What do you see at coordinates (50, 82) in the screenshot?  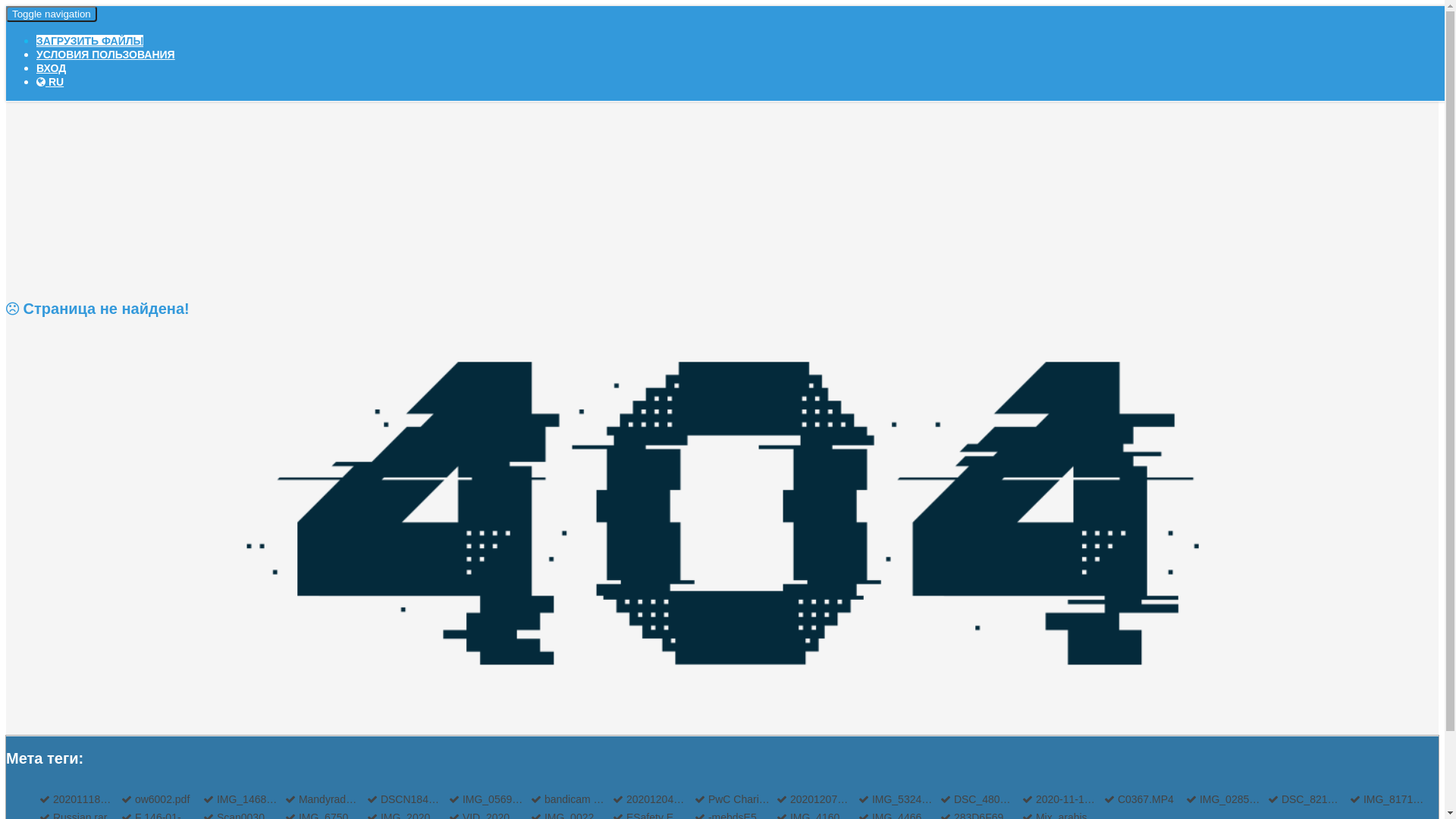 I see `'RU'` at bounding box center [50, 82].